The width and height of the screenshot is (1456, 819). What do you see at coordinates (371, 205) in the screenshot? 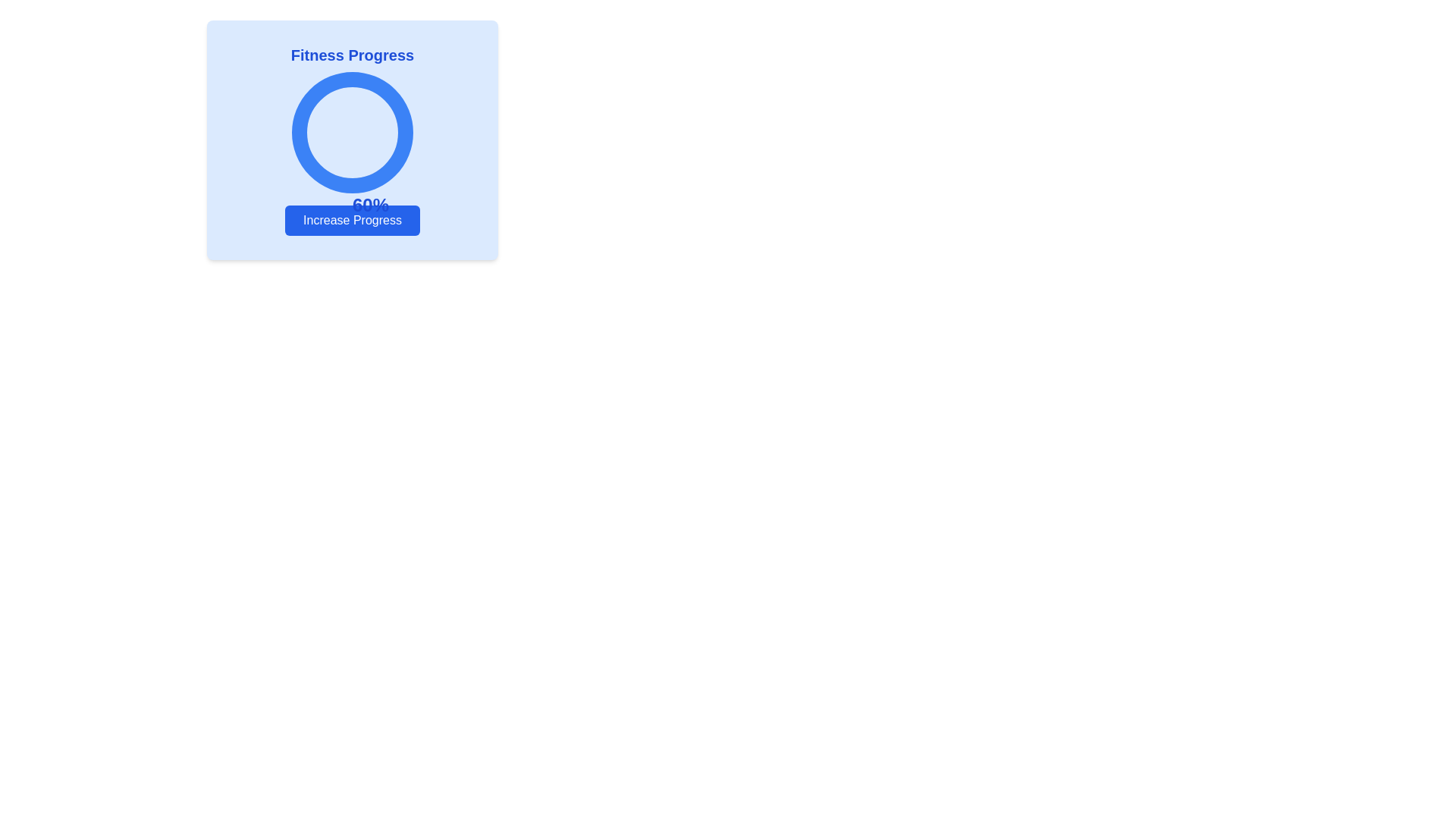
I see `the static text displaying '60%' styled with a large, bold, blue font, positioned above the 'Increase Progress' button and below the circular progress bar` at bounding box center [371, 205].